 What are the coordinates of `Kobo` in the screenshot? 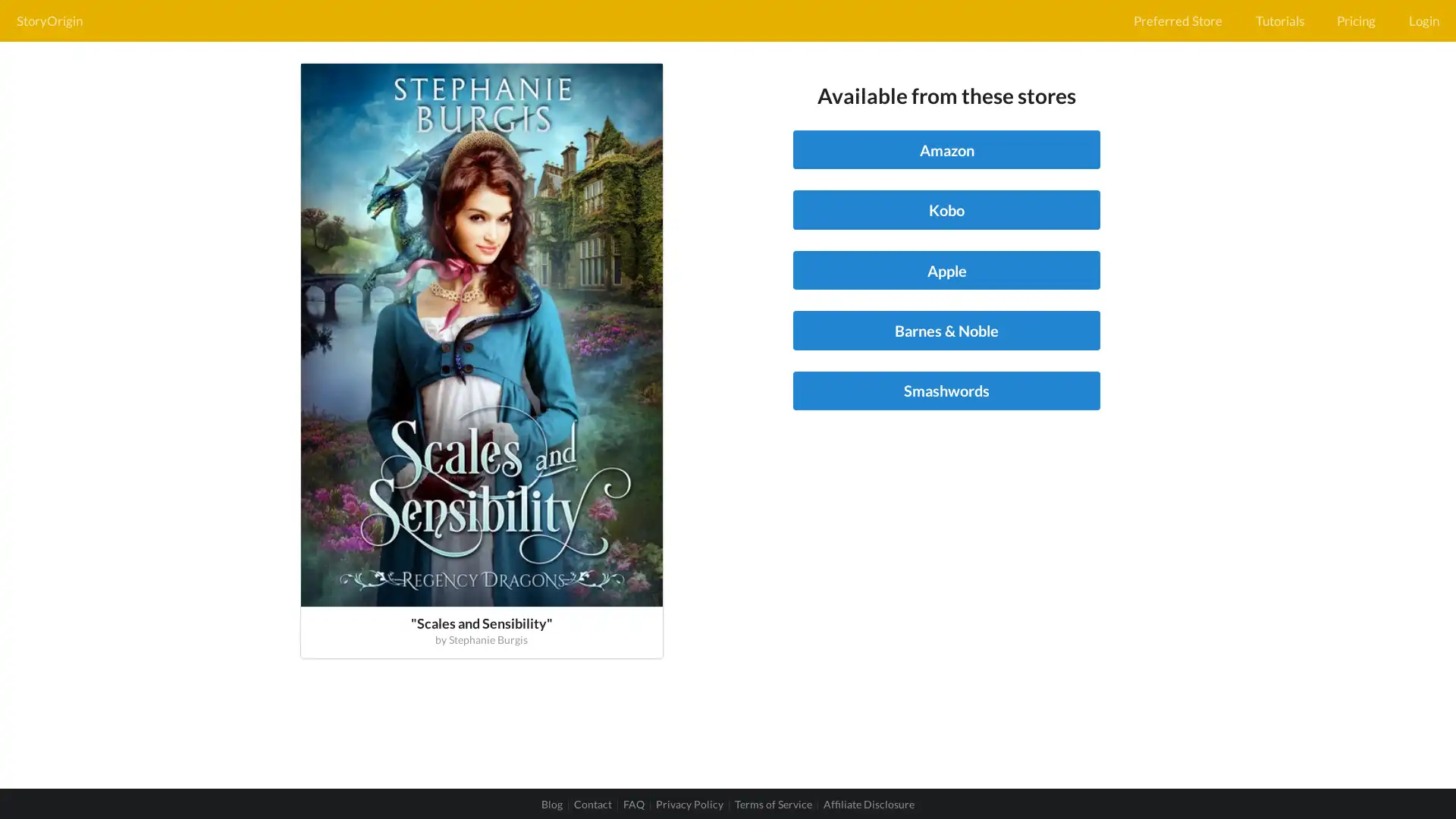 It's located at (946, 209).